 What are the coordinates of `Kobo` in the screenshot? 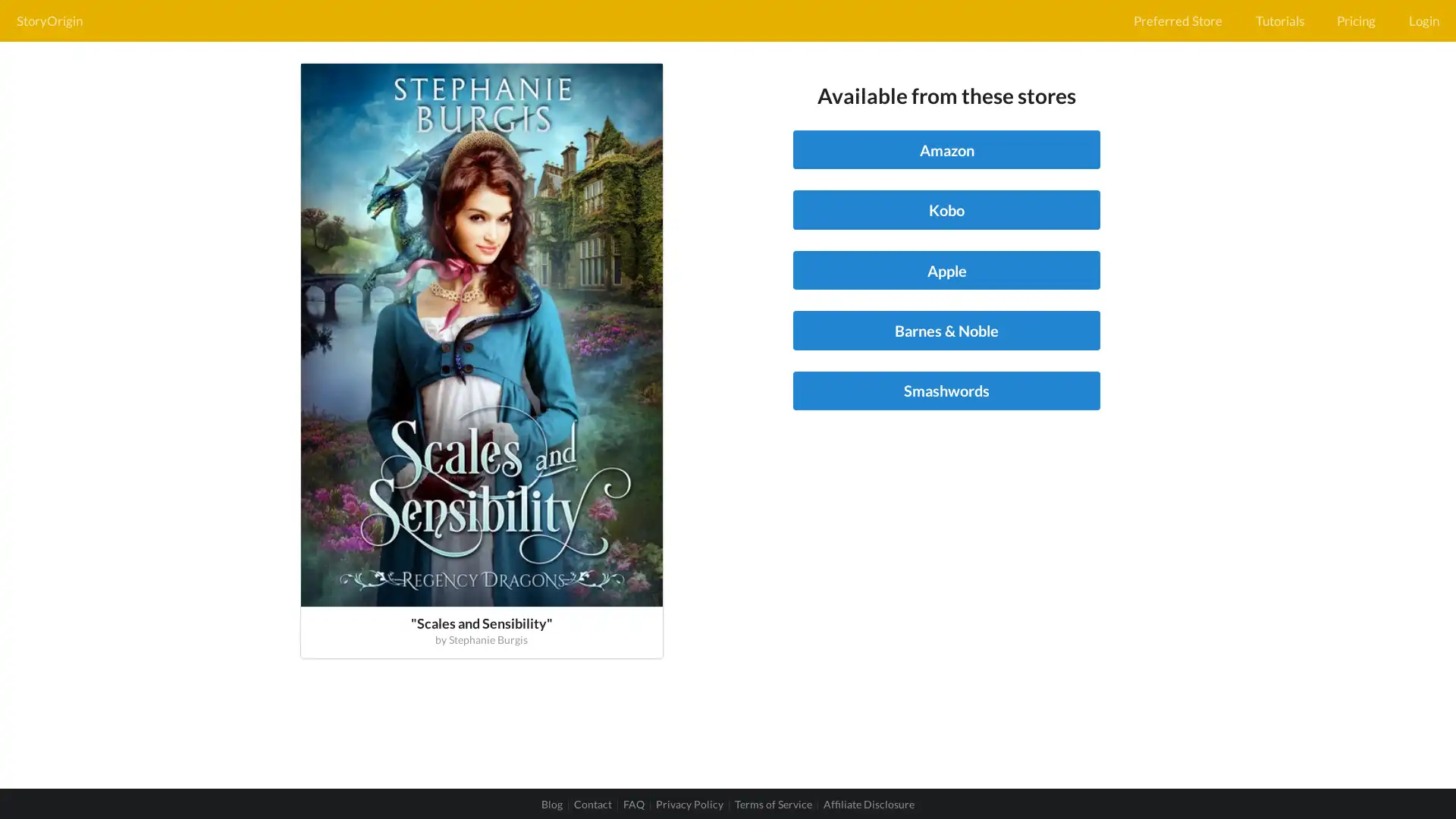 It's located at (946, 209).